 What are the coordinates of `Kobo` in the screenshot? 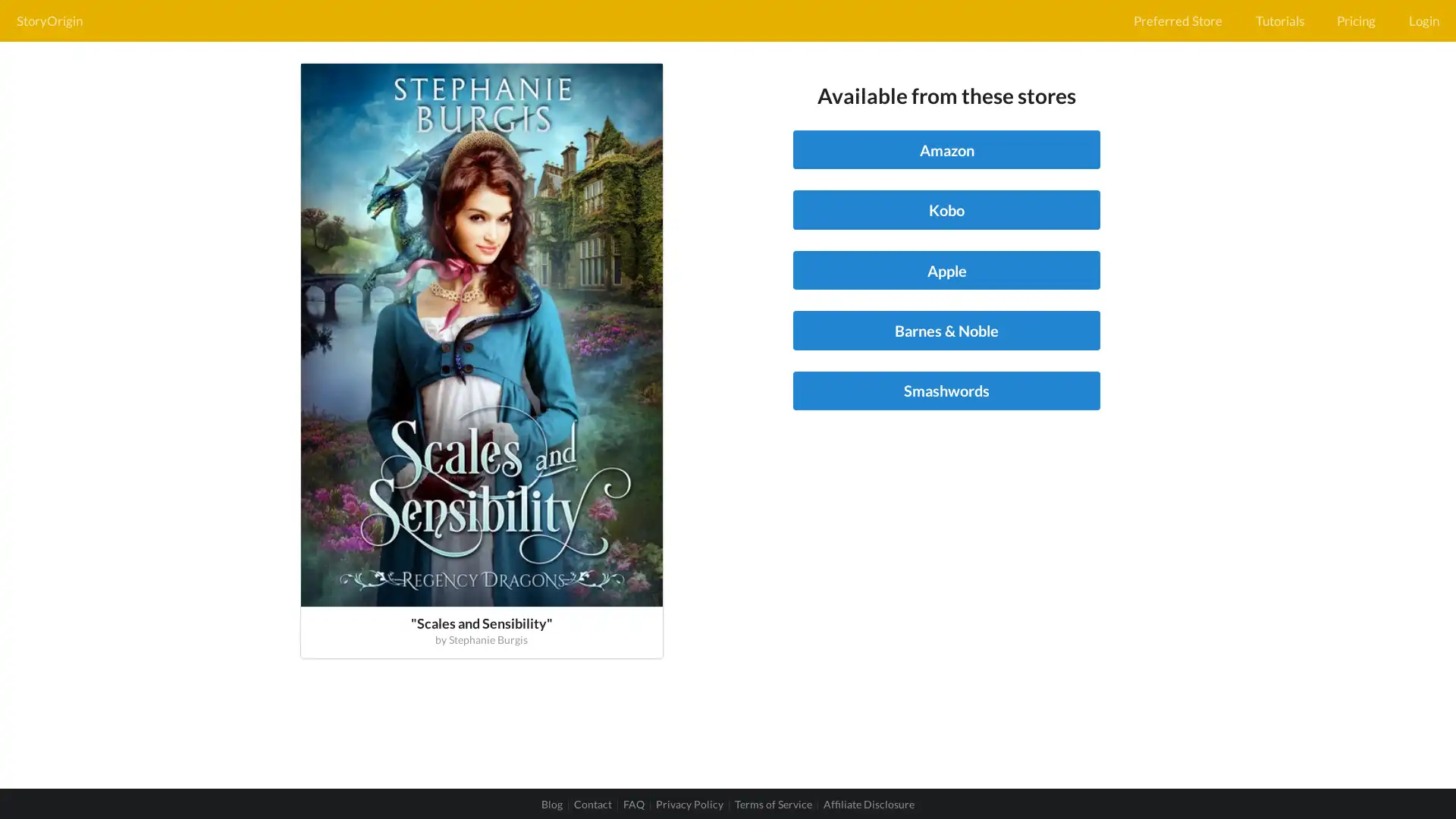 It's located at (946, 209).